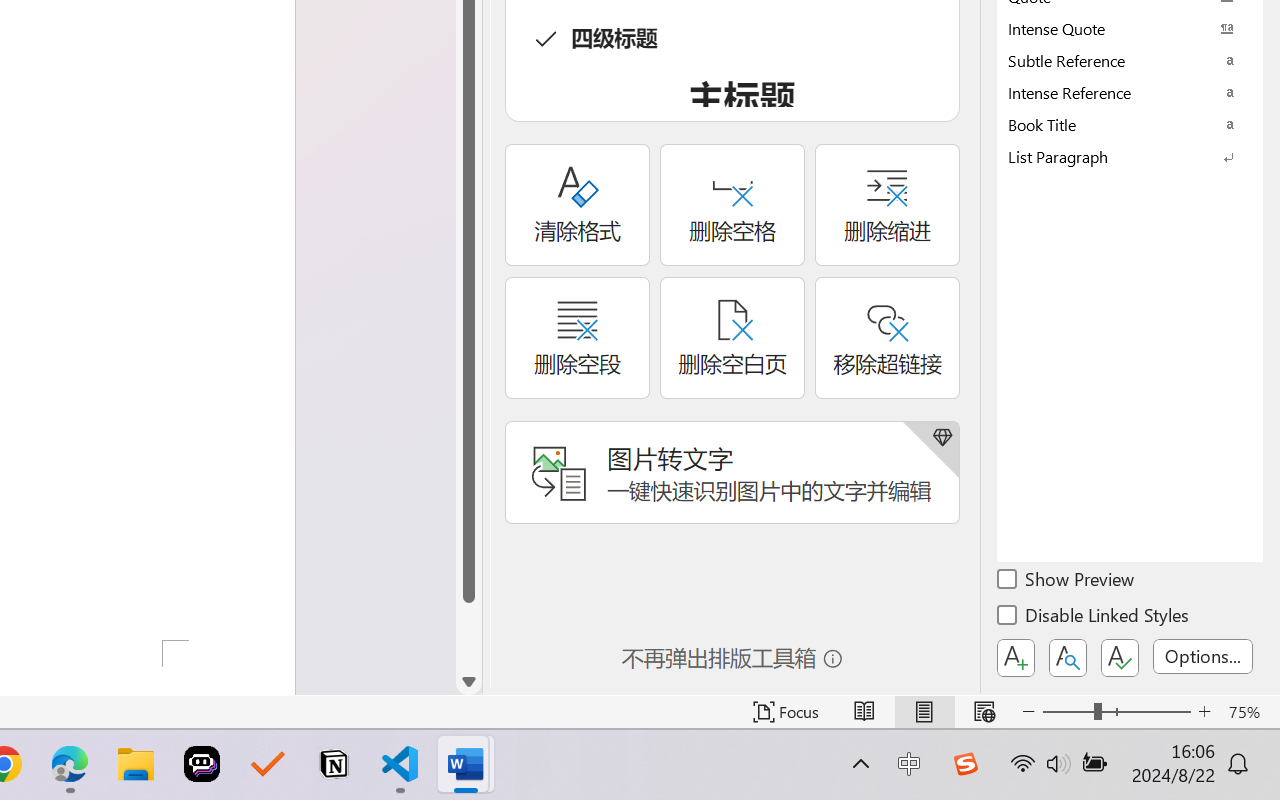  Describe the element at coordinates (1115, 711) in the screenshot. I see `'Zoom'` at that location.